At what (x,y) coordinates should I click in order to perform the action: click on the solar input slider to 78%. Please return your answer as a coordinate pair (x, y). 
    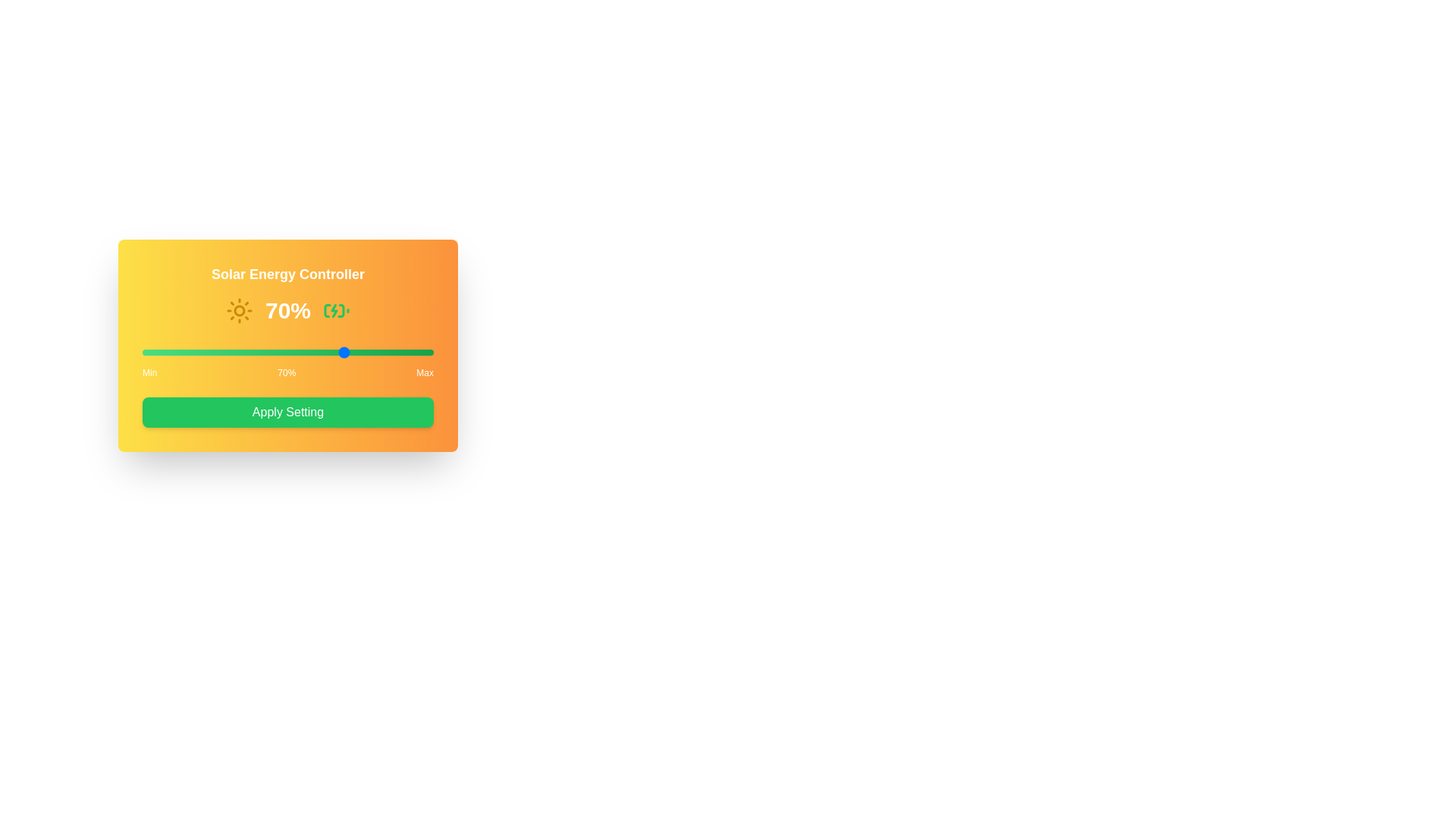
    Looking at the image, I should click on (369, 353).